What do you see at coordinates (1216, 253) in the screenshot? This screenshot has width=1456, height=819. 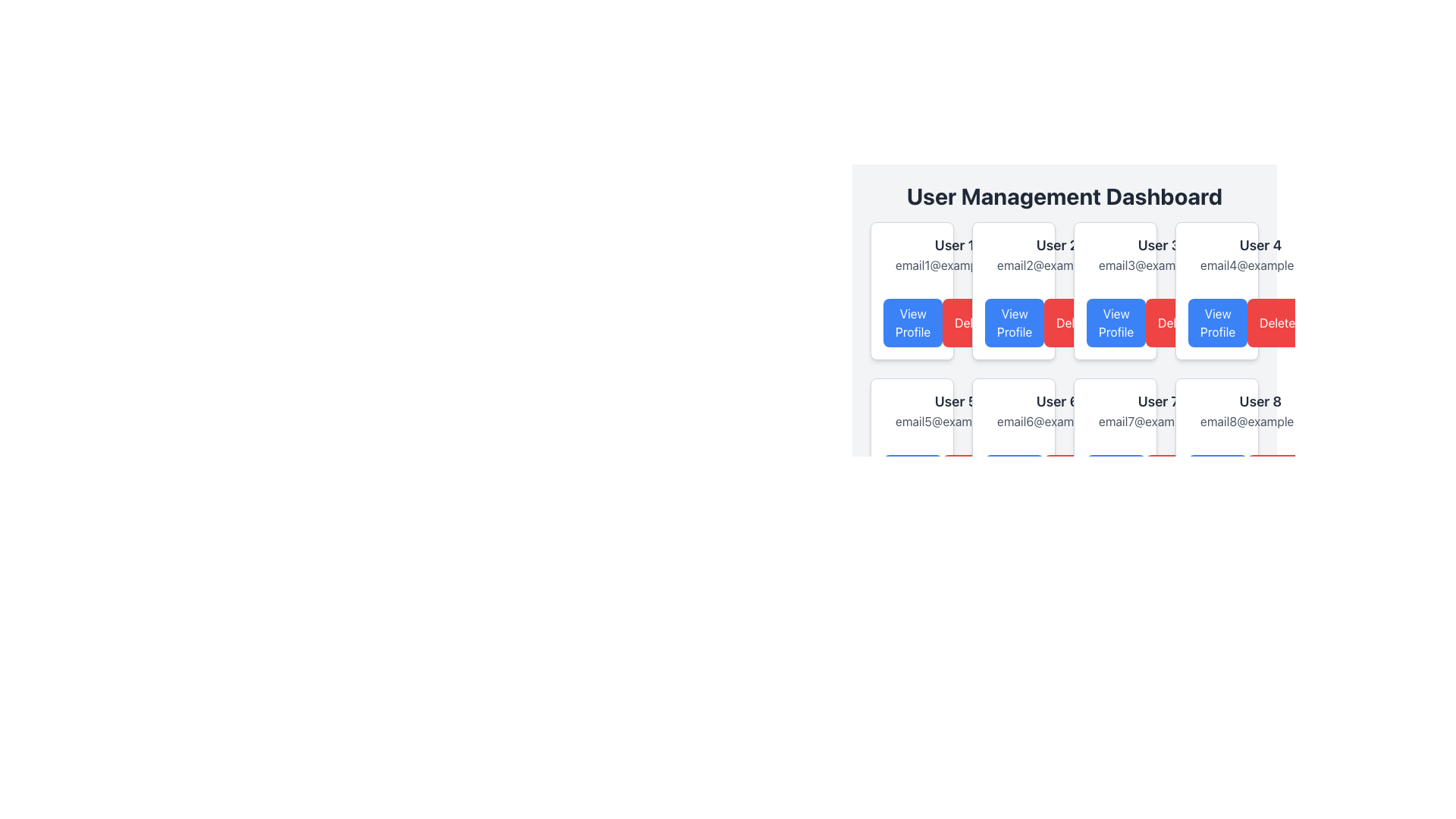 I see `the text label displaying 'email4@example.com' which is located below the title 'User 4' in the fourth card of a grid layout` at bounding box center [1216, 253].